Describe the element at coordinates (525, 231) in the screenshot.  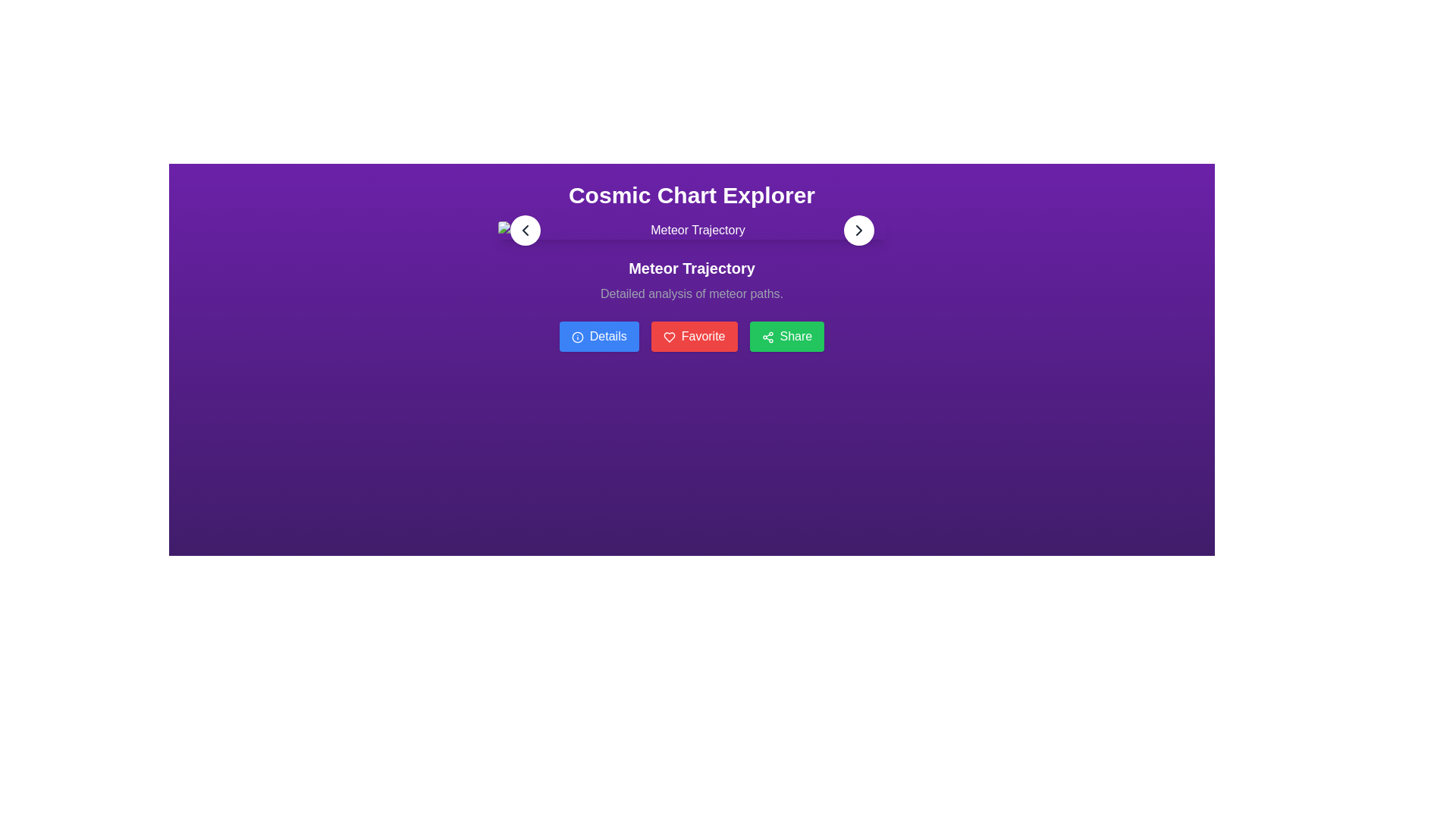
I see `the 'Back' navigation button located in the upper left section of the interface, which is within a circular button near the 'Cosmic Chart Explorer' header` at that location.